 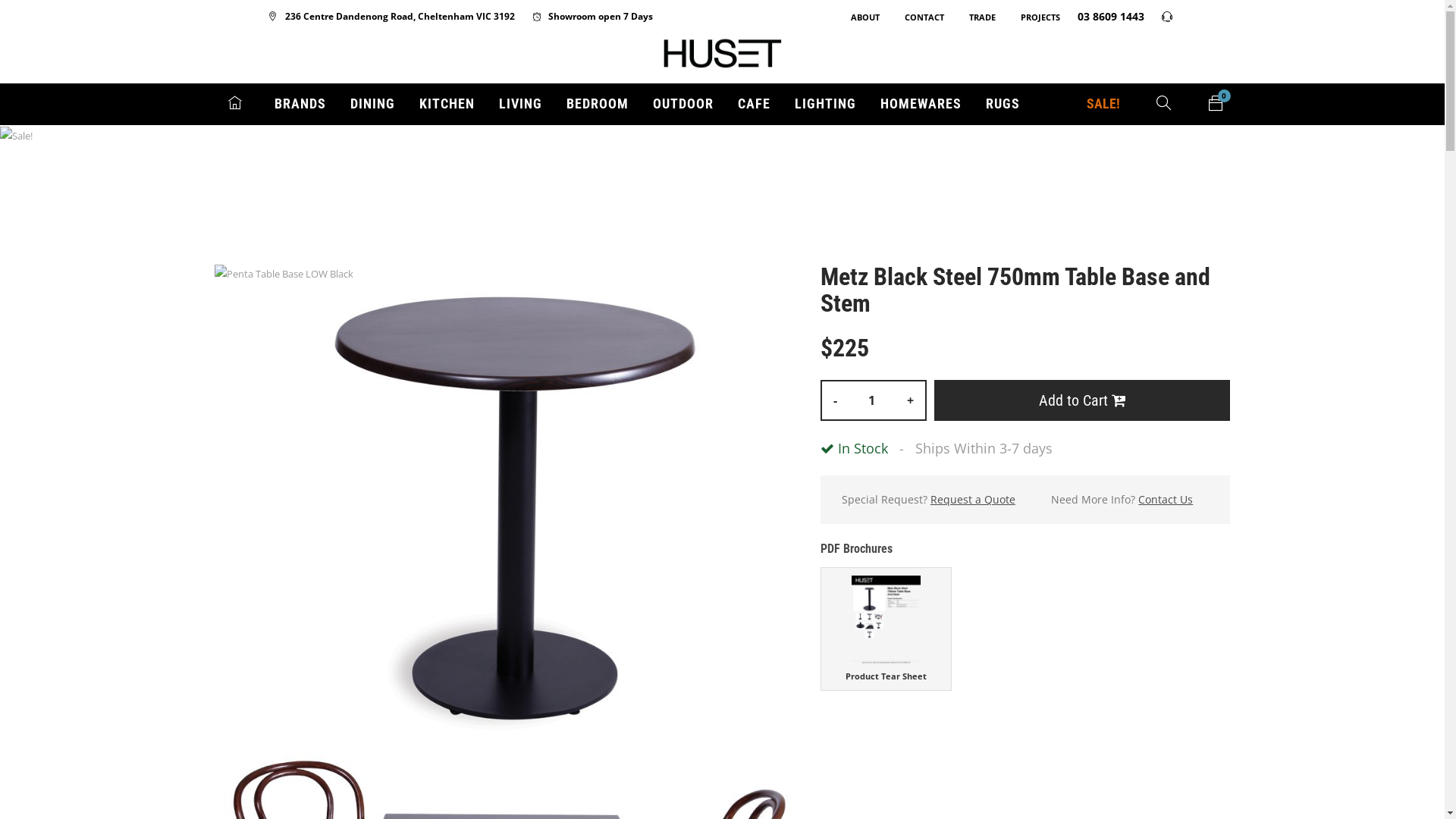 What do you see at coordinates (753, 103) in the screenshot?
I see `'CAFE'` at bounding box center [753, 103].